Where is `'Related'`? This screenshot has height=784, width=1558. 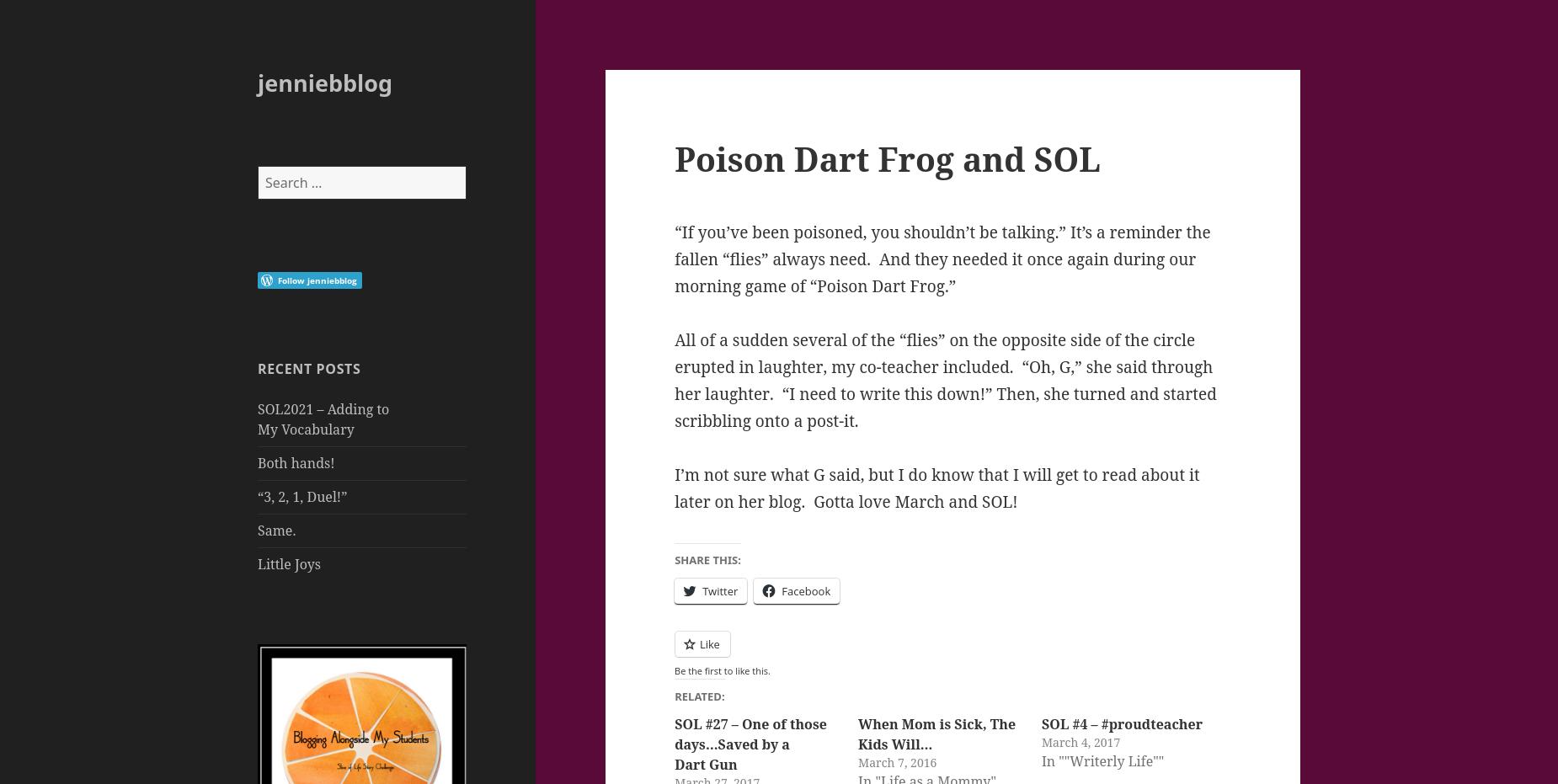 'Related' is located at coordinates (697, 694).